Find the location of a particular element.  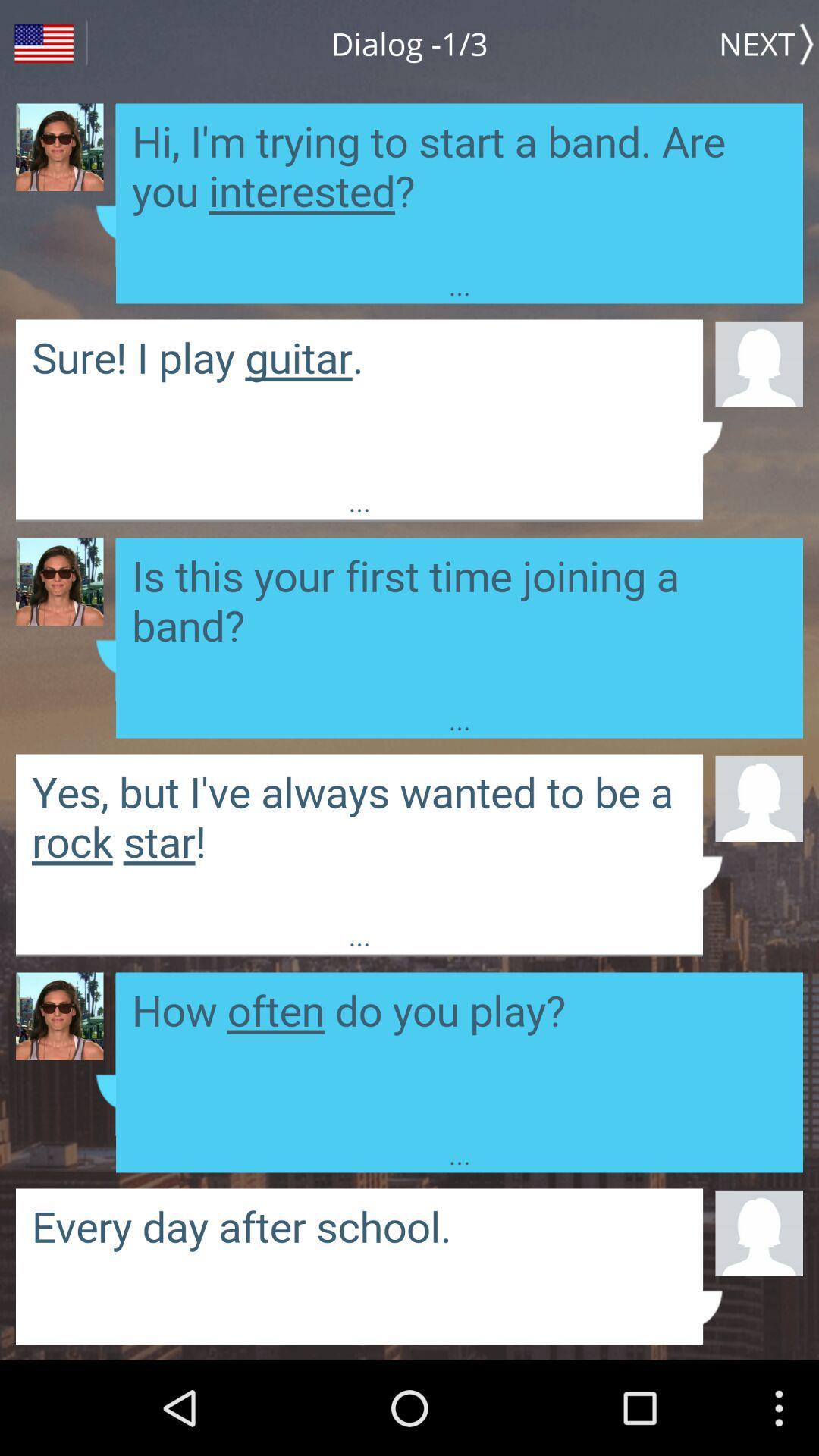

text replying to user is located at coordinates (458, 620).